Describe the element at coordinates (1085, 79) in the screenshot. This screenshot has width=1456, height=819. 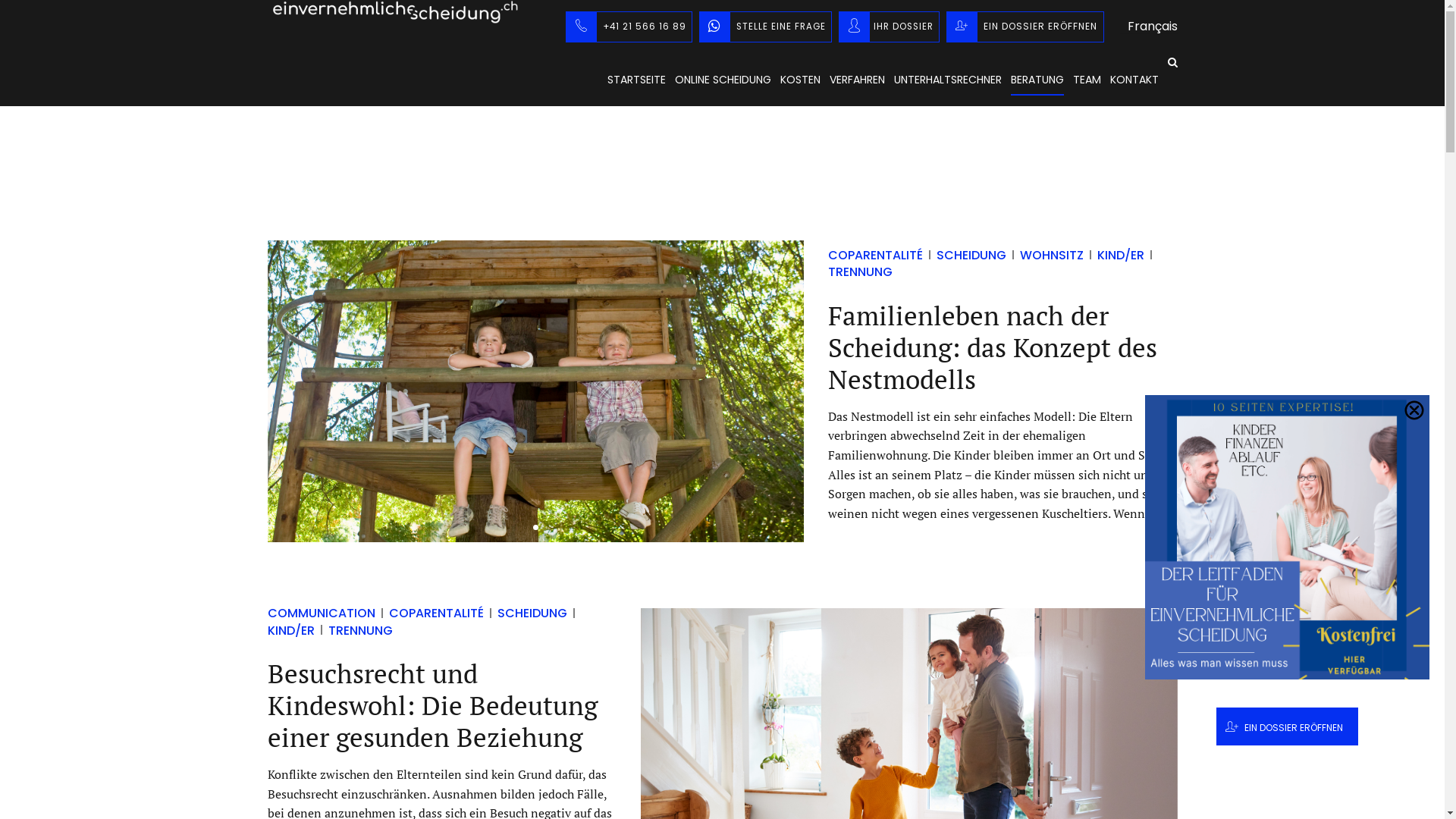
I see `'TEAM'` at that location.